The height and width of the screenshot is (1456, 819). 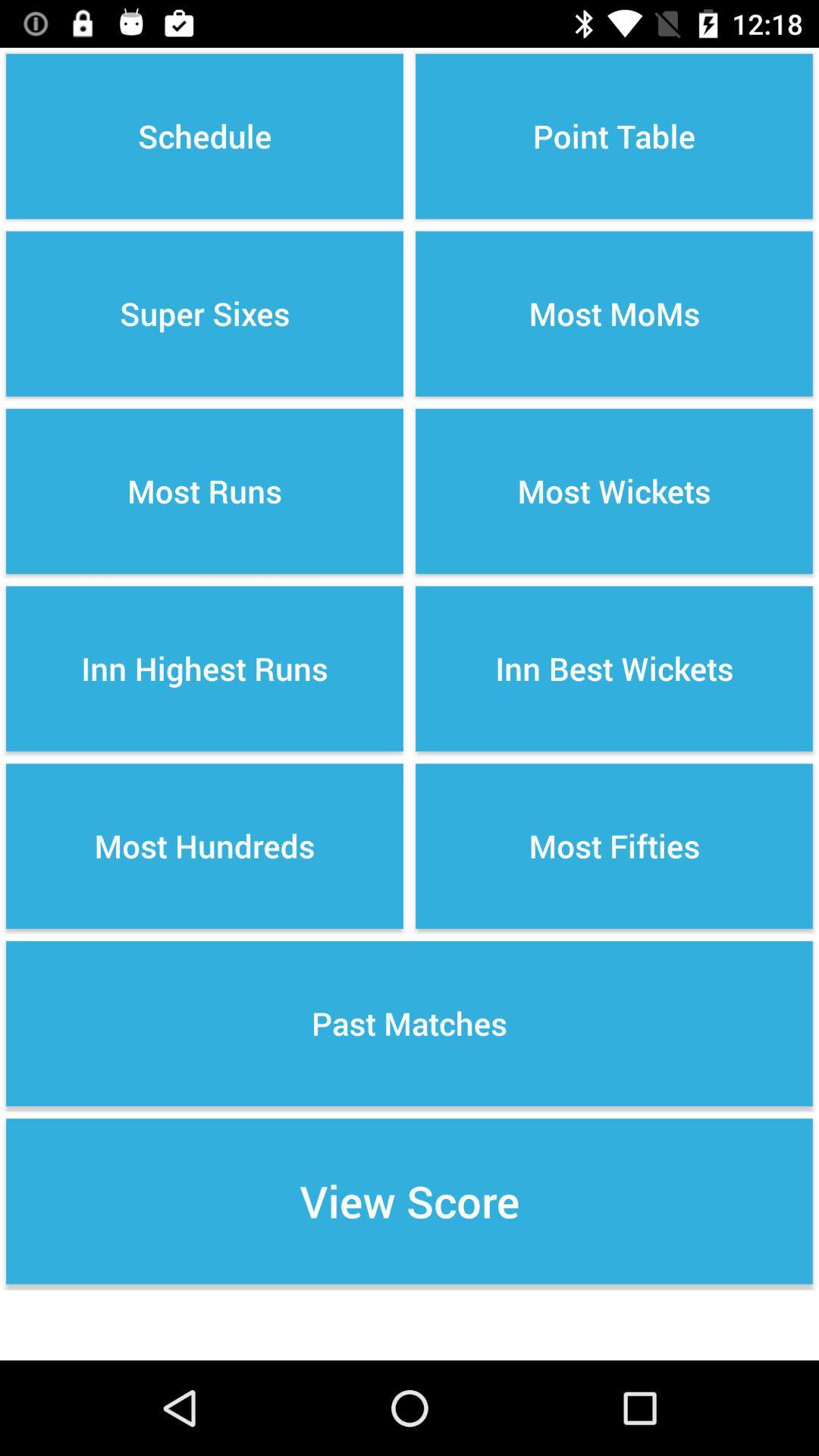 I want to click on icon below super sixes item, so click(x=205, y=491).